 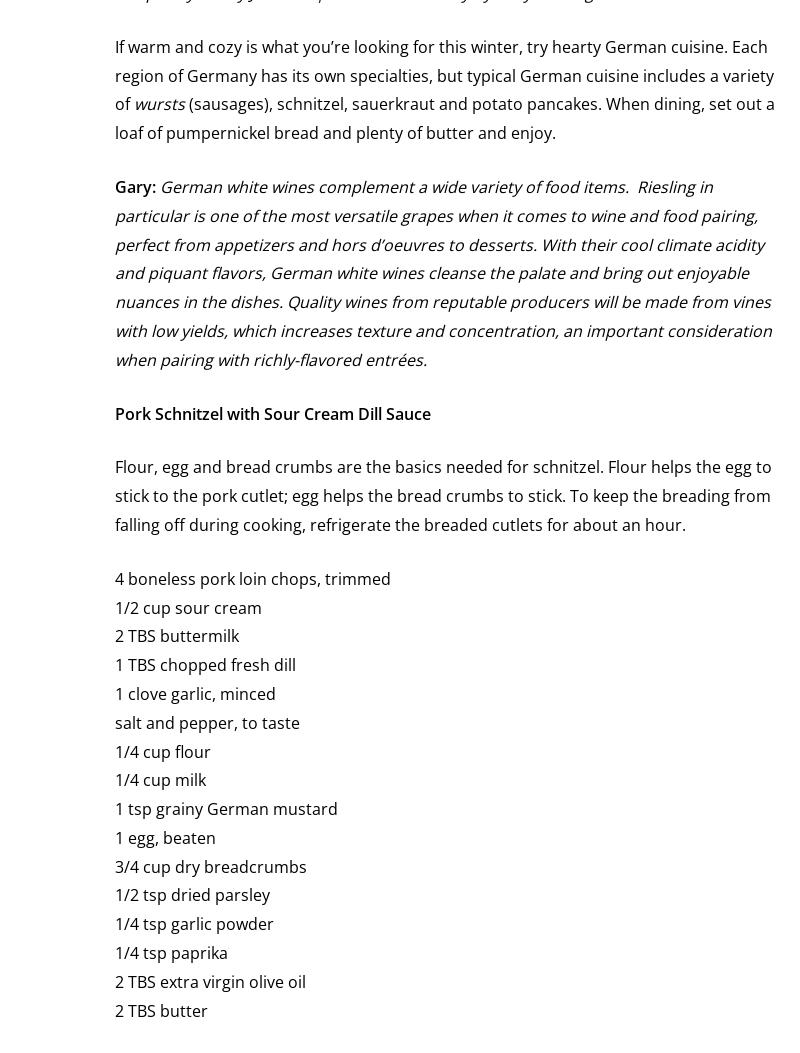 I want to click on 'wursts', so click(x=159, y=104).